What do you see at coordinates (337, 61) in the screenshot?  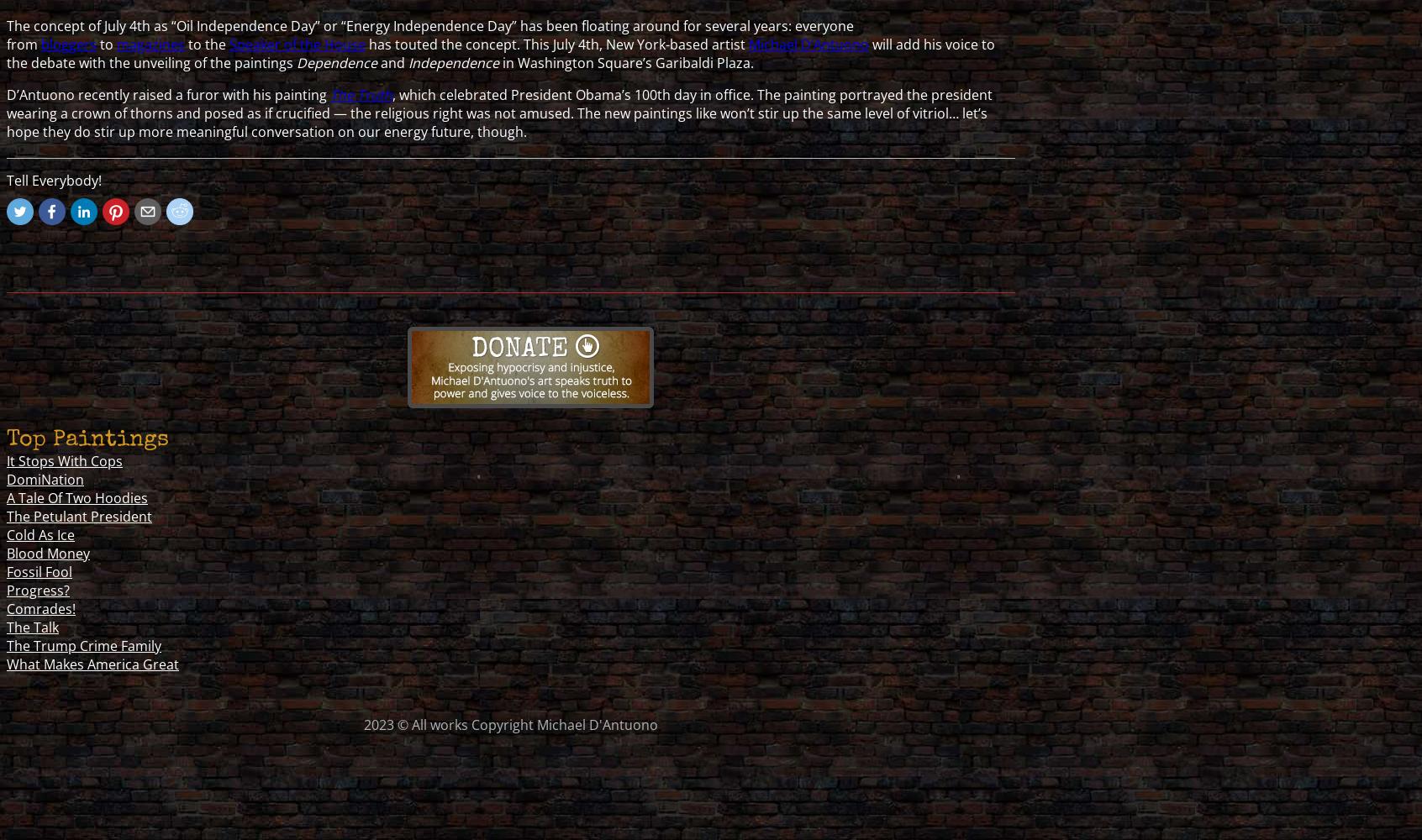 I see `'Dependence'` at bounding box center [337, 61].